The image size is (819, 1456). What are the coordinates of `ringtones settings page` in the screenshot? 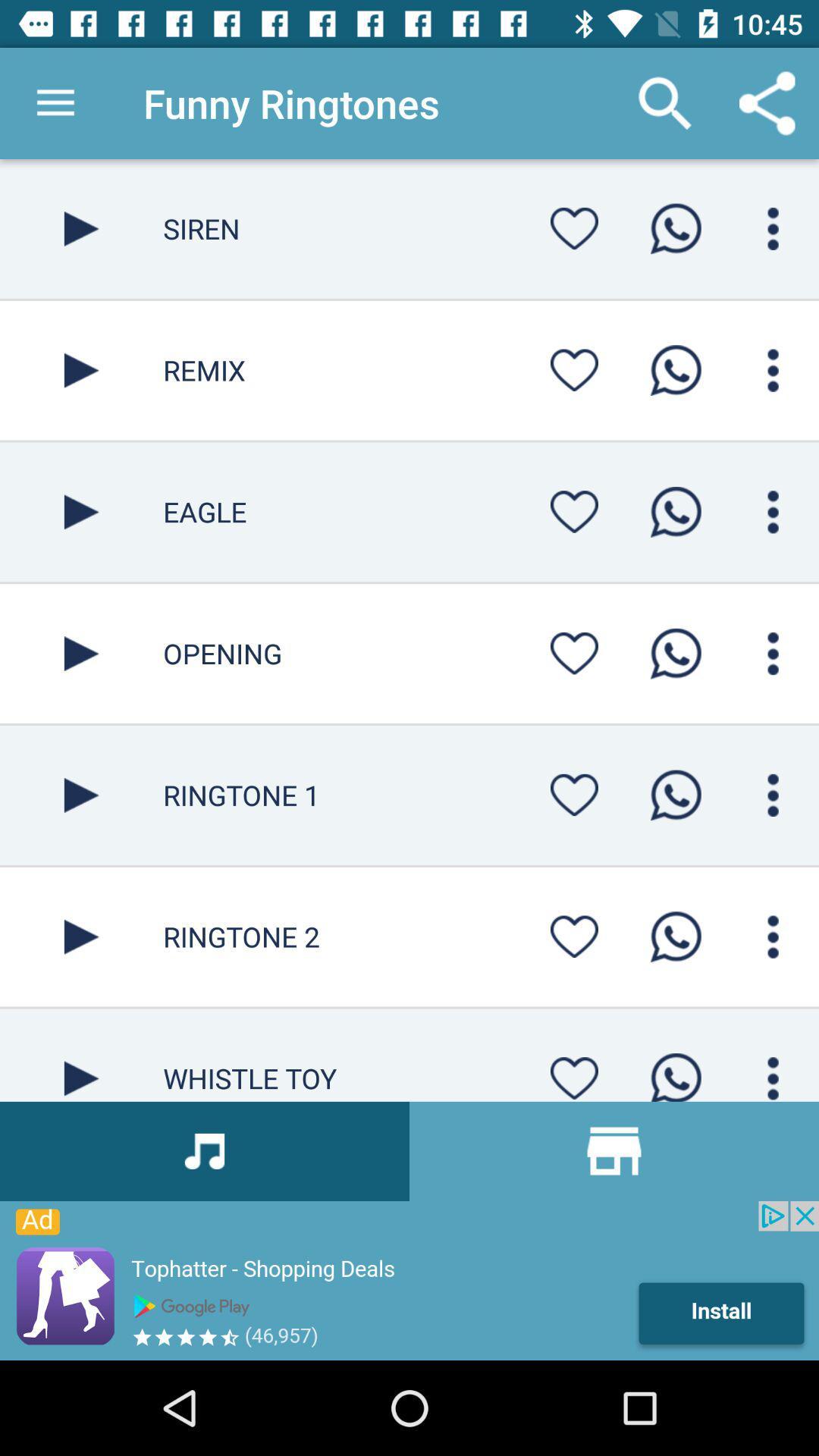 It's located at (574, 227).